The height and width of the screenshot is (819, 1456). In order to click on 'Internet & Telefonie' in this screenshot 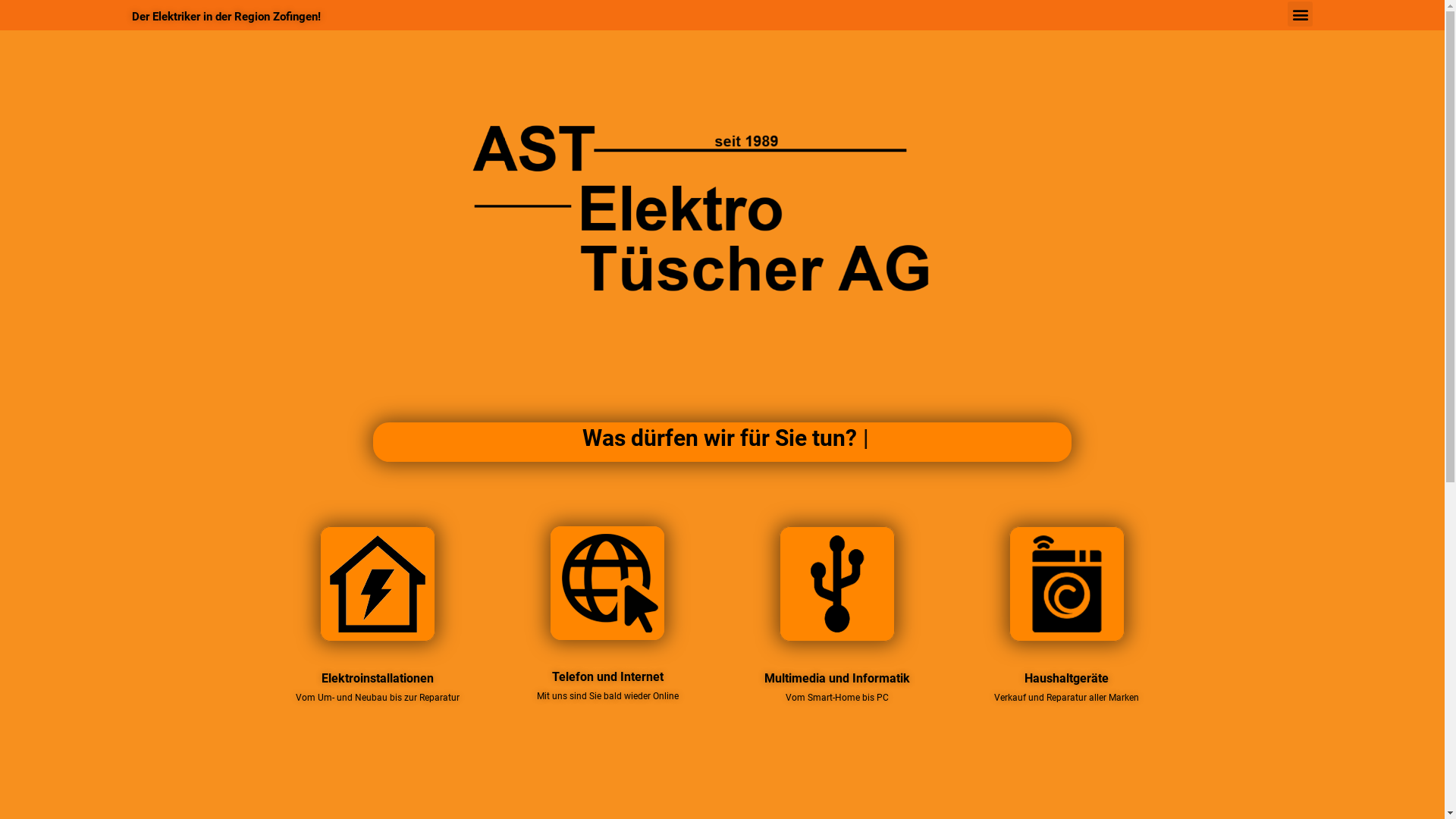, I will do `click(549, 582)`.